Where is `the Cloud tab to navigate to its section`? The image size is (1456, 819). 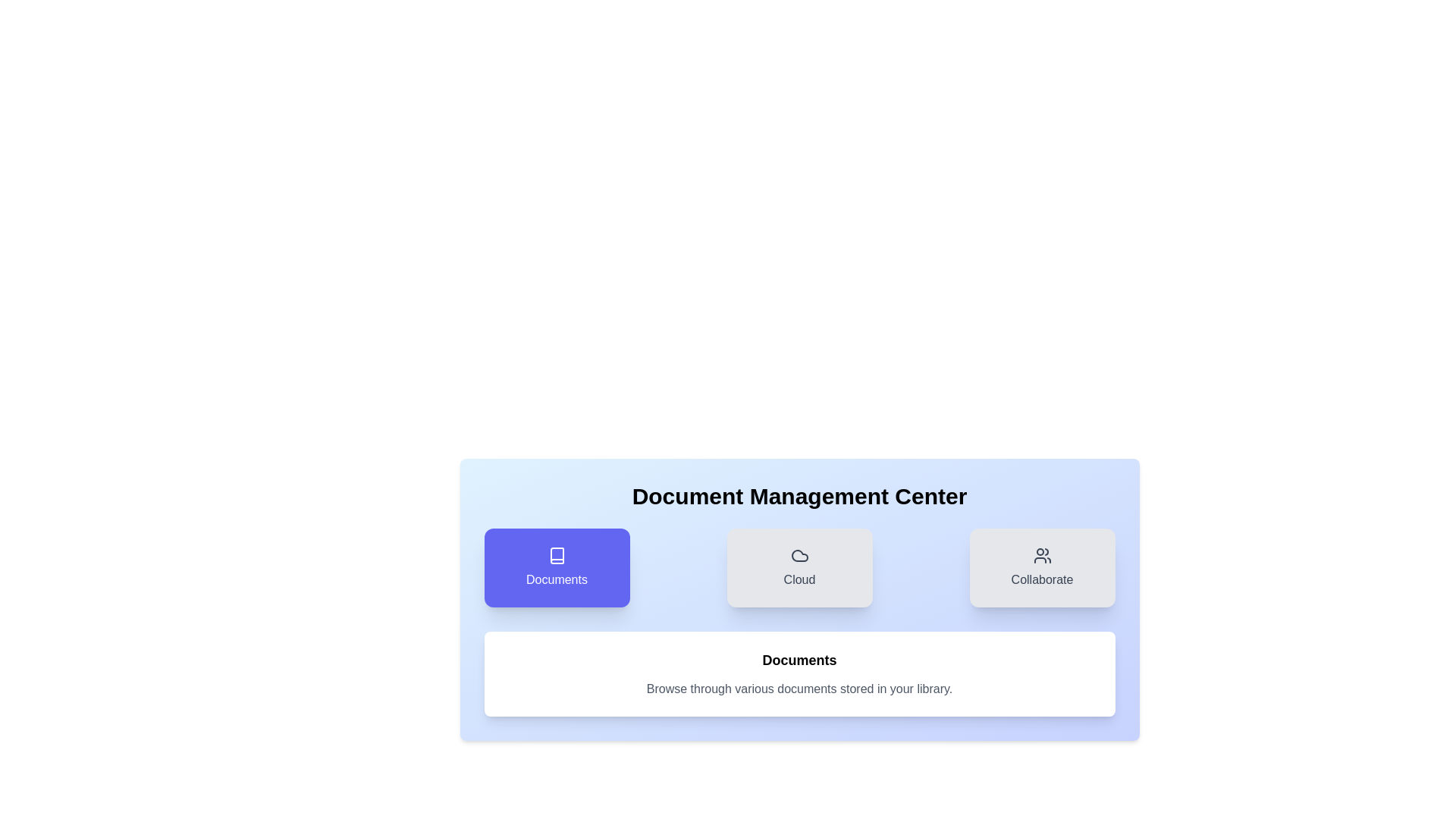
the Cloud tab to navigate to its section is located at coordinates (799, 567).